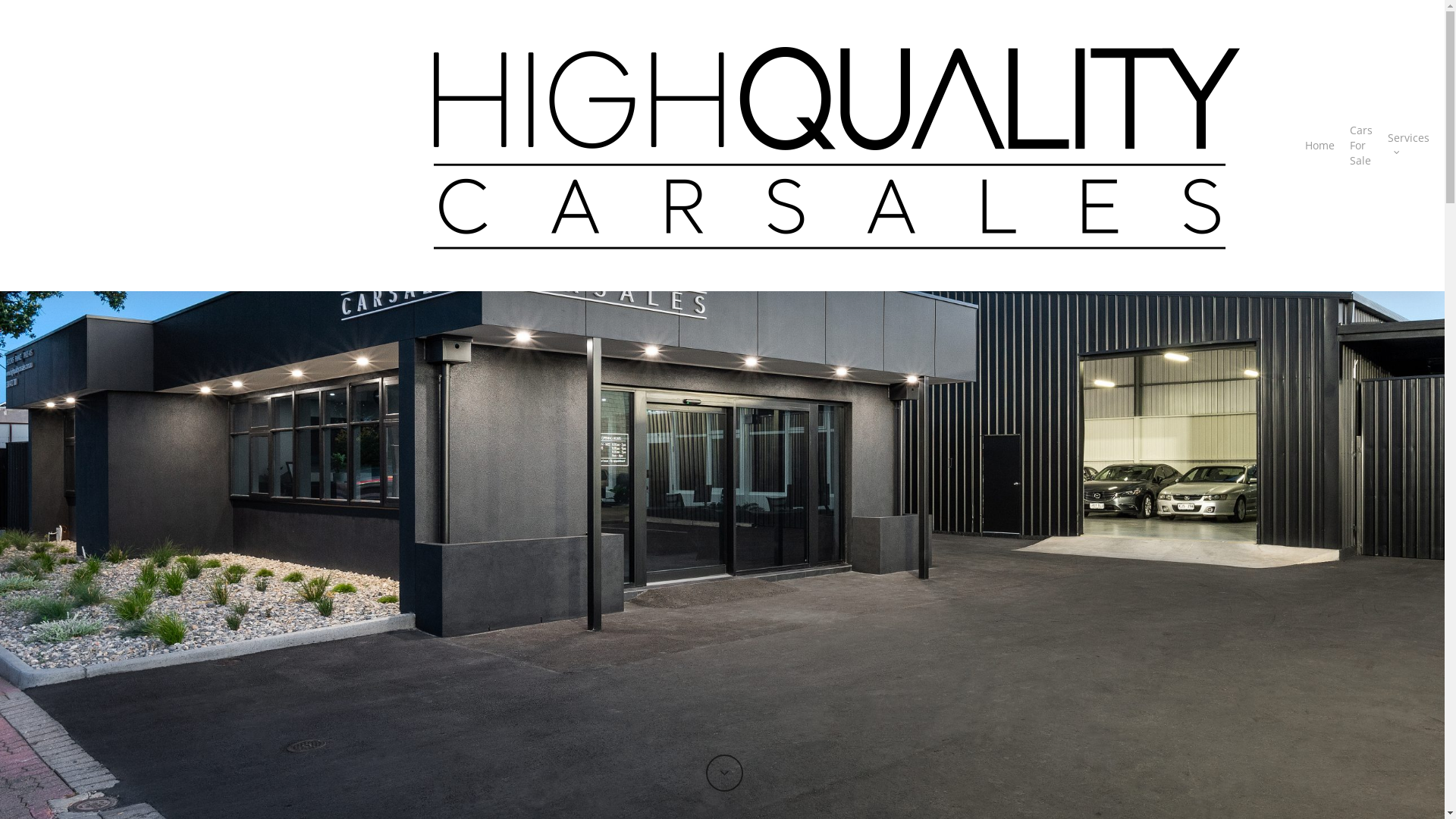 The width and height of the screenshot is (1456, 819). I want to click on 'Home', so click(1319, 146).